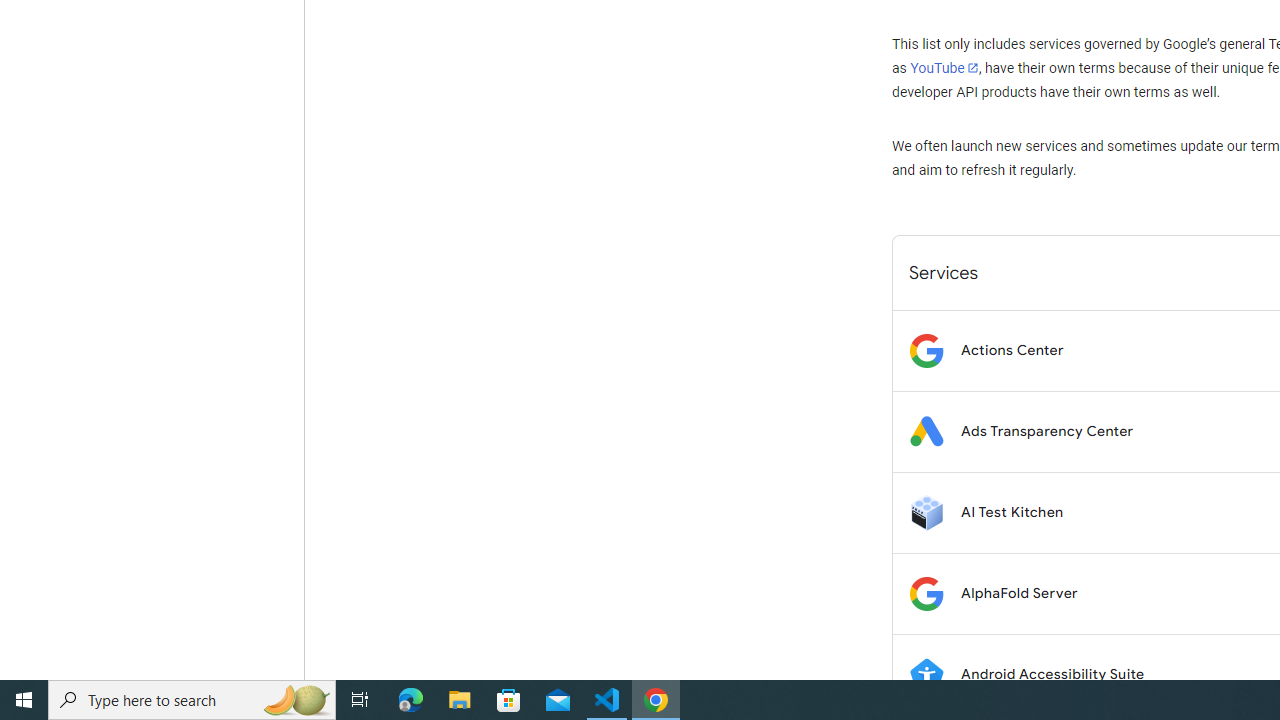  I want to click on 'Logo for Actions Center', so click(925, 349).